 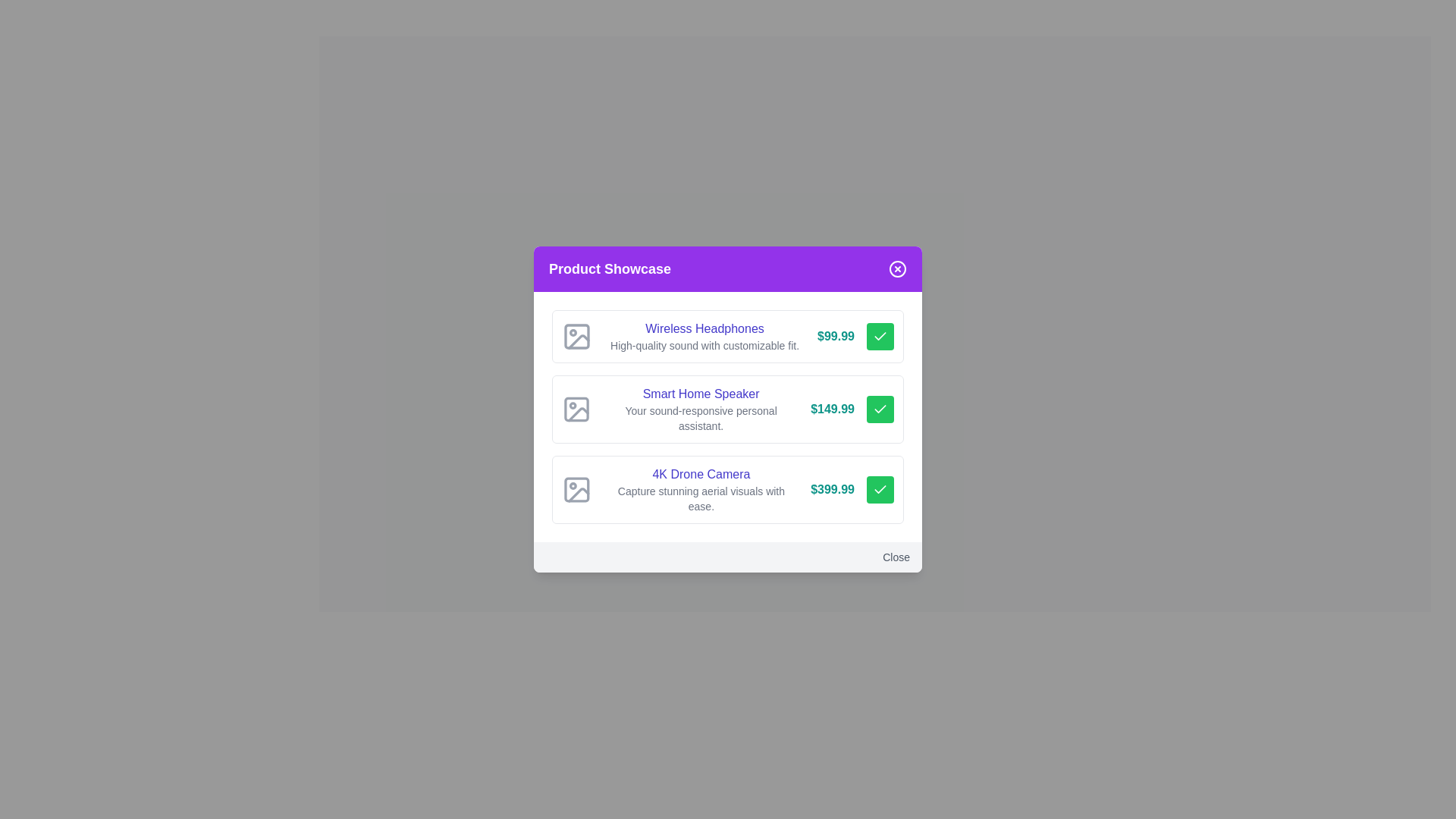 What do you see at coordinates (880, 335) in the screenshot?
I see `the green button containing the check icon` at bounding box center [880, 335].